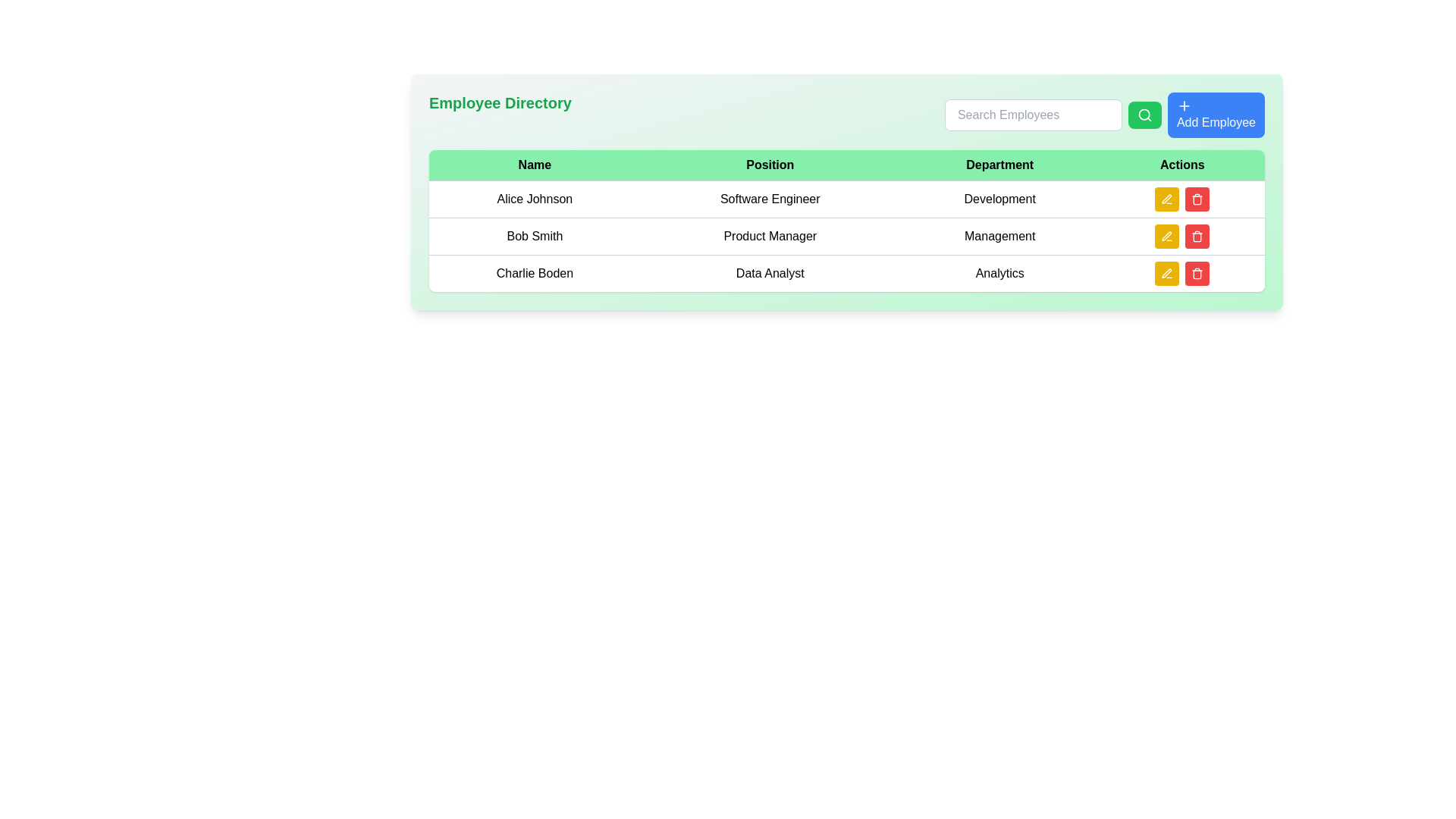 This screenshot has height=819, width=1456. Describe the element at coordinates (1166, 236) in the screenshot. I see `the yellow pen icon button located in the 'Actions' column of the 'Management' row within the employee directory table` at that location.